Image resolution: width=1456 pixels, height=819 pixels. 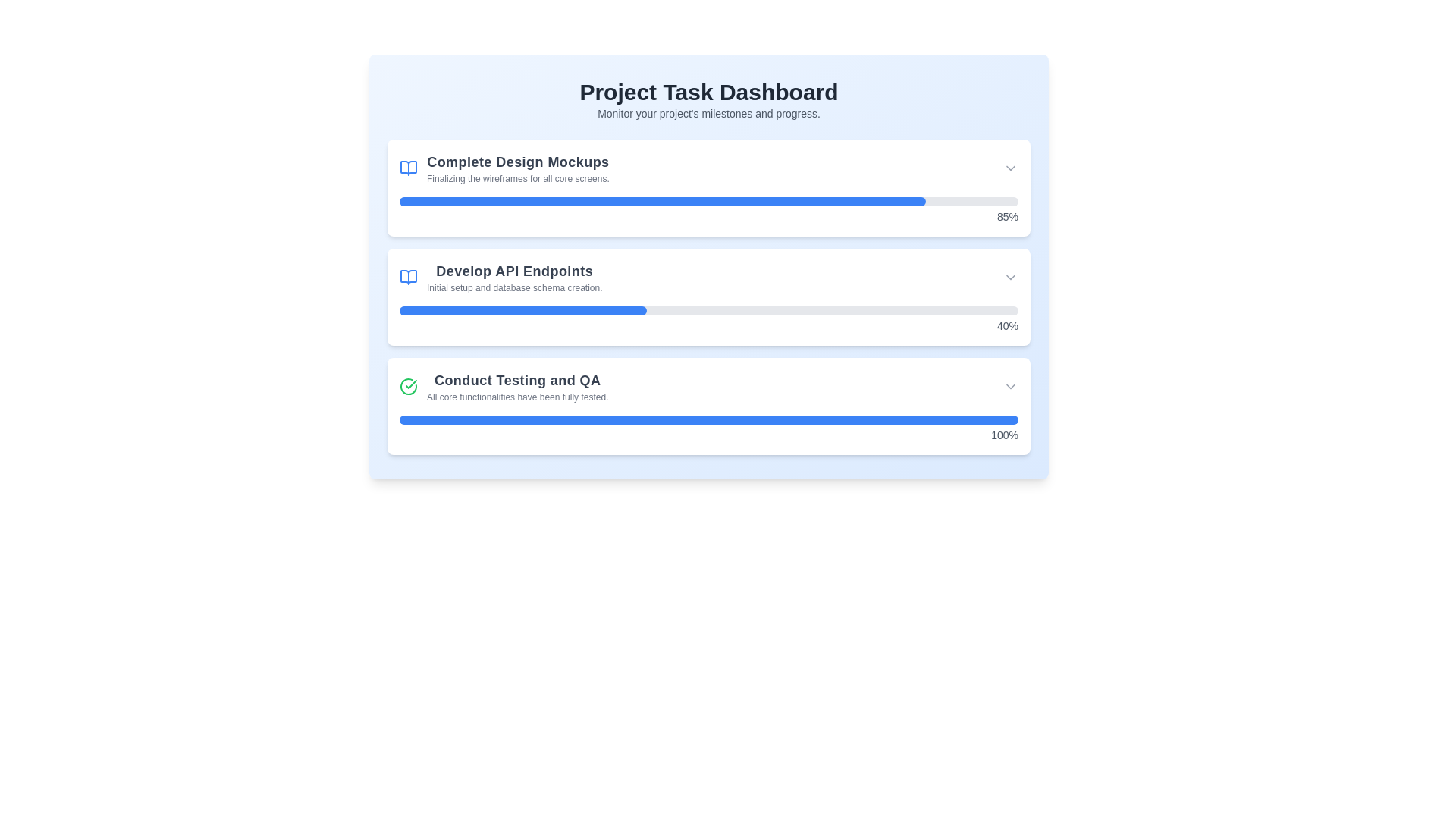 I want to click on text 'Finalizing the wireframes for all core screens.' located beneath the heading 'Complete Design Mockups' in the topmost project task card, so click(x=518, y=177).